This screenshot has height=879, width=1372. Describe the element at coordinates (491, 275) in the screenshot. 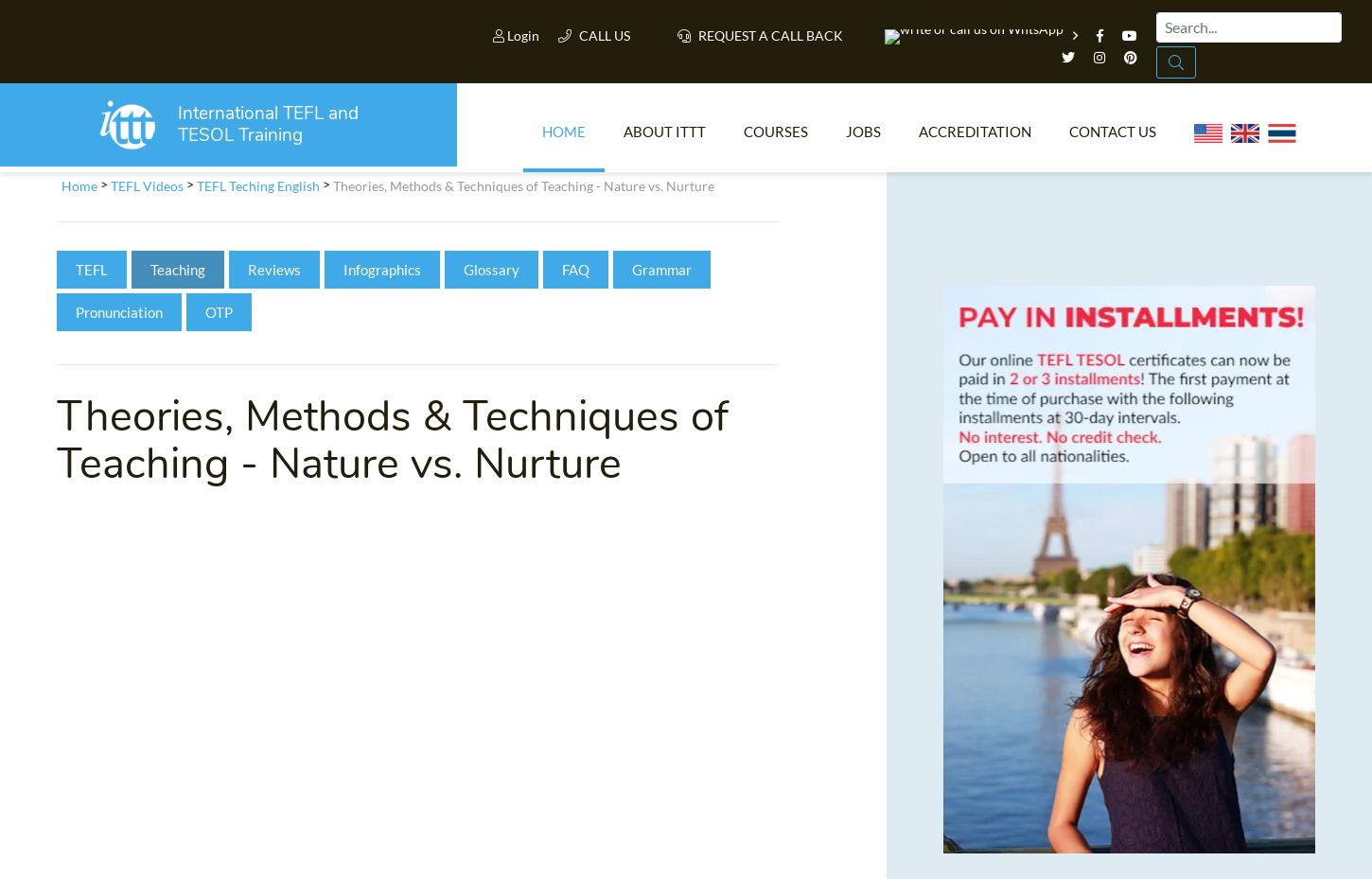

I see `'Glossary'` at that location.